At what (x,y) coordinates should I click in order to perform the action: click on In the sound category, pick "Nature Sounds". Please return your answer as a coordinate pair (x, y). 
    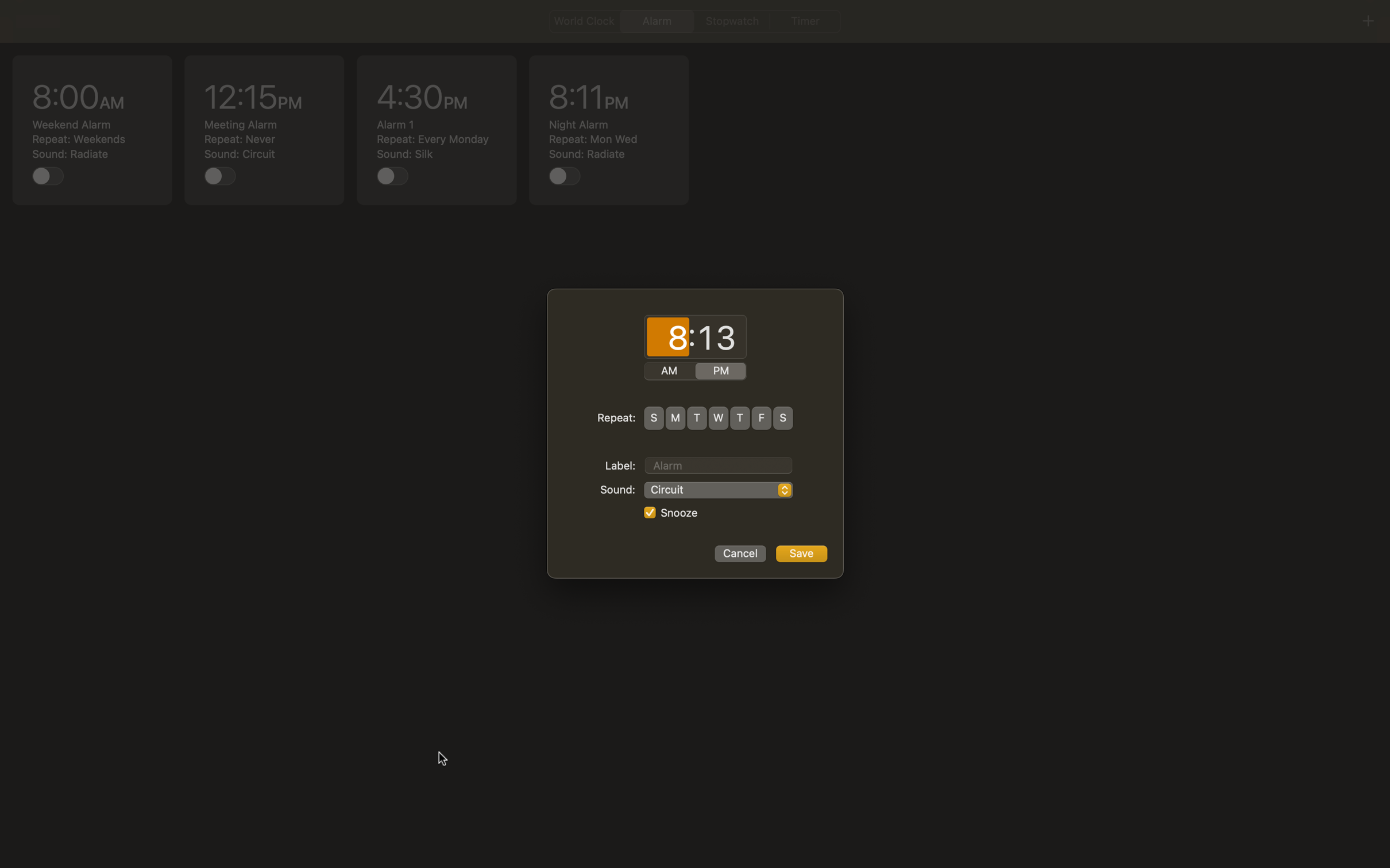
    Looking at the image, I should click on (718, 490).